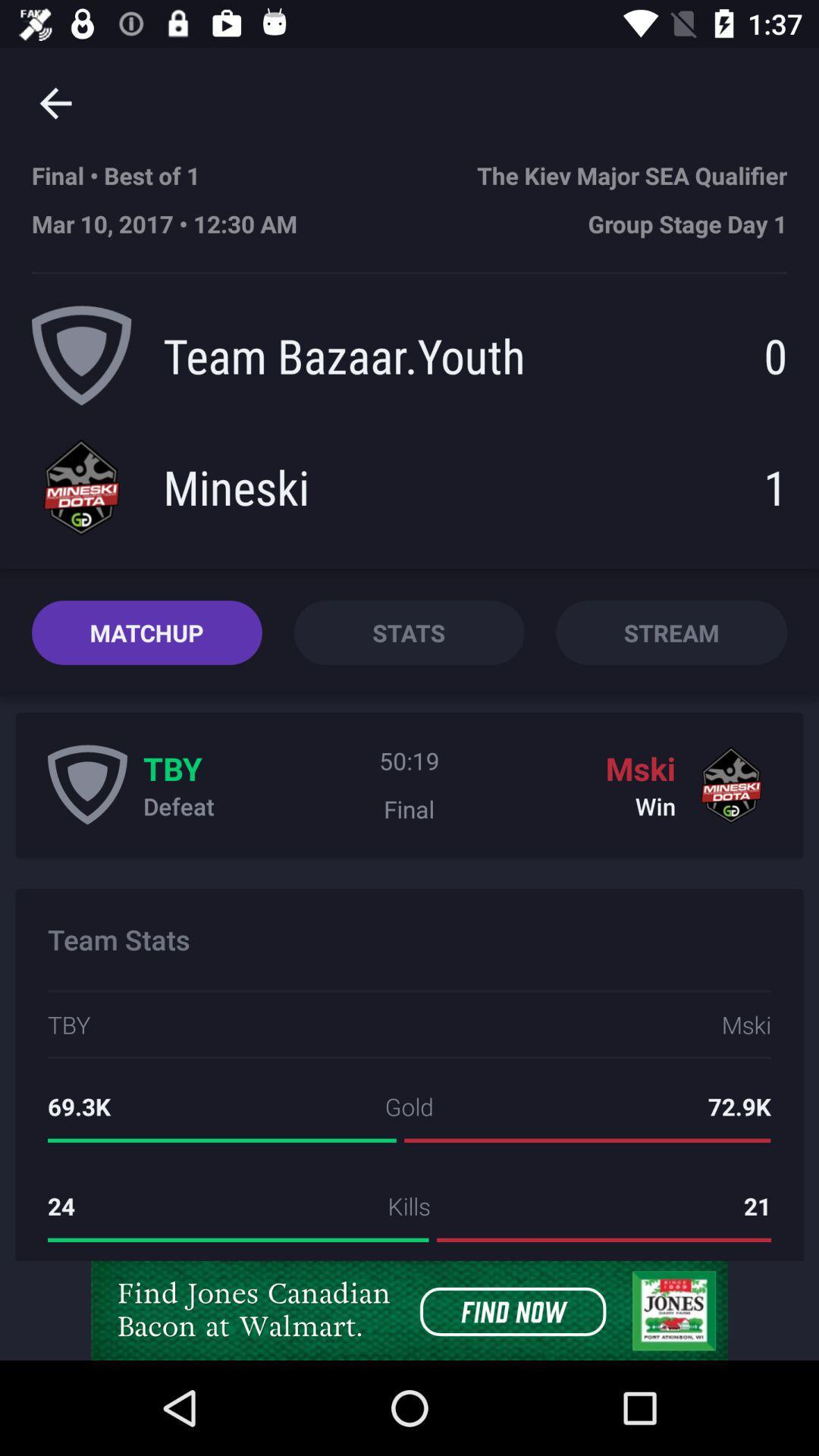 This screenshot has width=819, height=1456. Describe the element at coordinates (87, 785) in the screenshot. I see `the favorite icon` at that location.